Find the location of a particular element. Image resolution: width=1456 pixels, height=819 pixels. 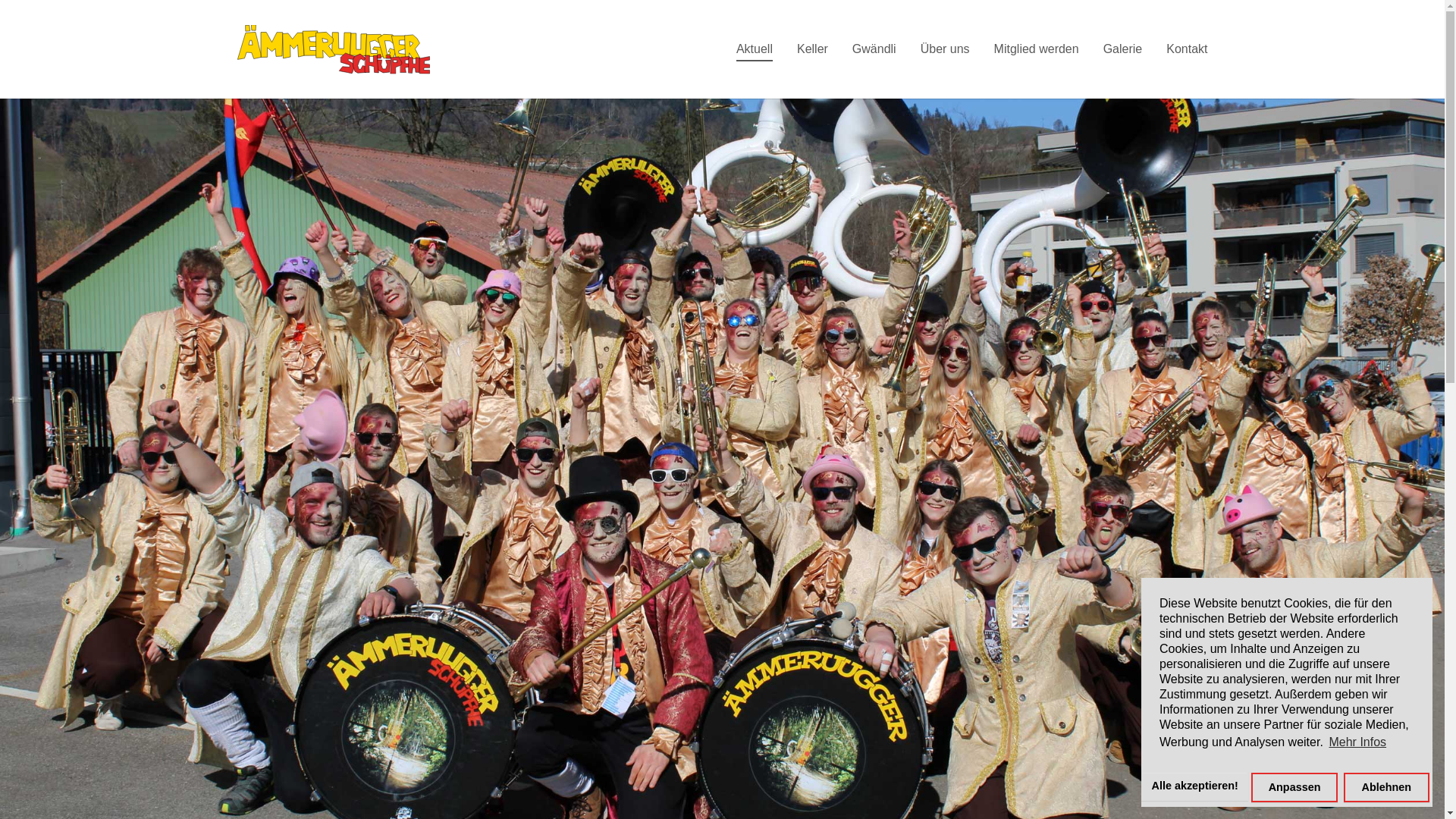

'Aktuell is located at coordinates (754, 49).